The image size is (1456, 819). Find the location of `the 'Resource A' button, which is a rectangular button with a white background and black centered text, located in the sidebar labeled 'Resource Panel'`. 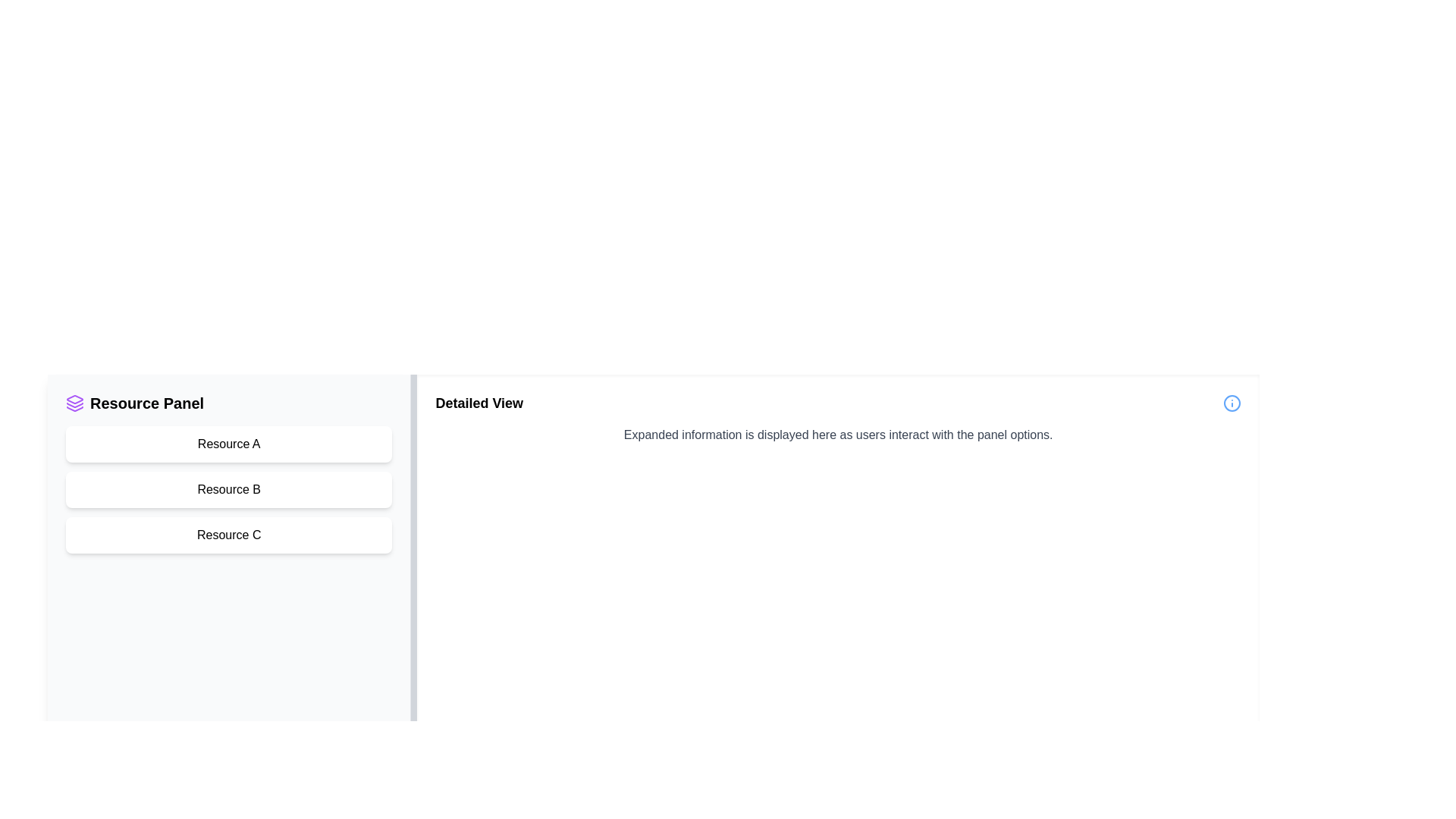

the 'Resource A' button, which is a rectangular button with a white background and black centered text, located in the sidebar labeled 'Resource Panel' is located at coordinates (228, 444).